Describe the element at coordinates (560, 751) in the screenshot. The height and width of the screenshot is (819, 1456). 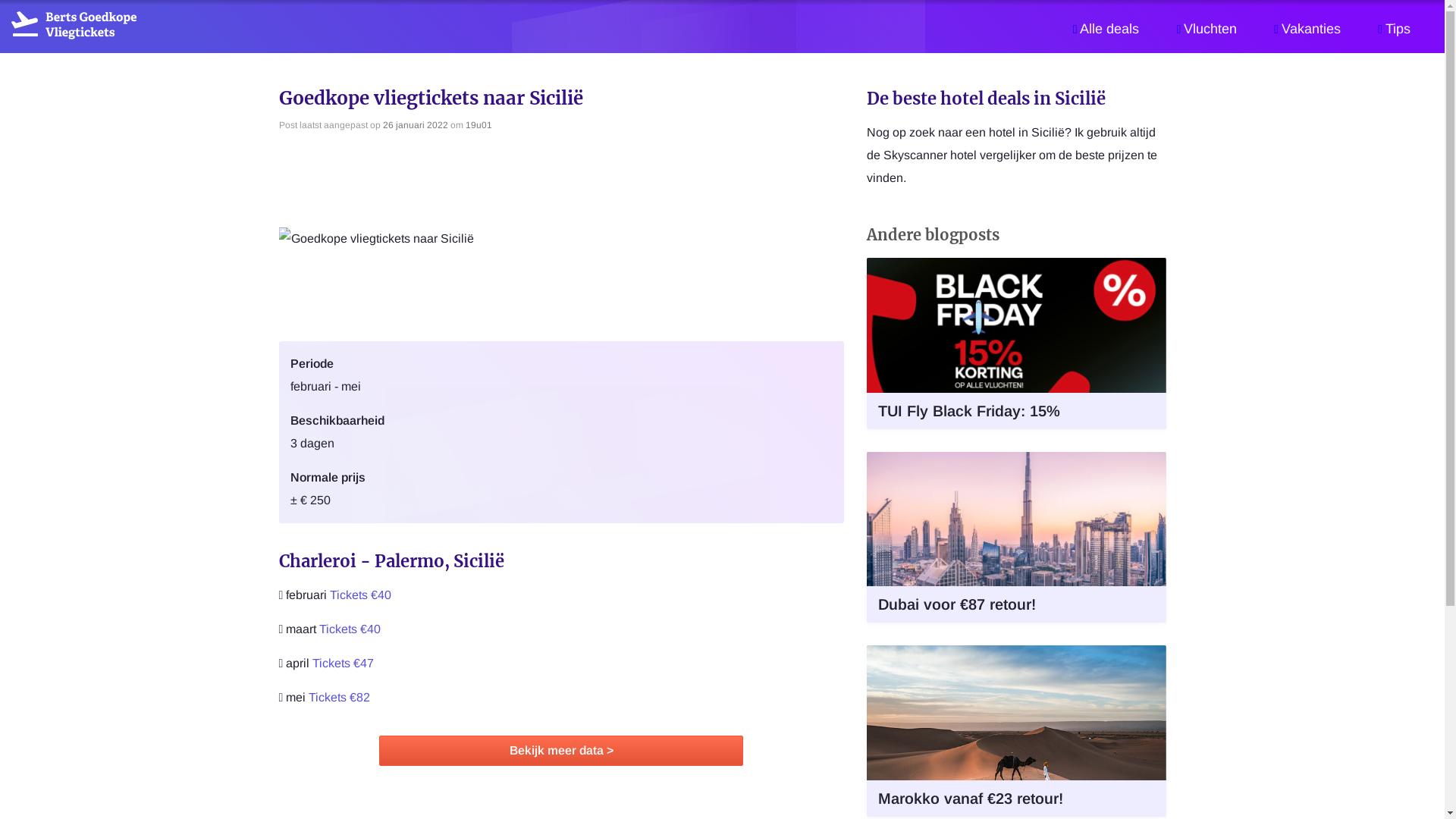
I see `'Bekijk meer data >'` at that location.